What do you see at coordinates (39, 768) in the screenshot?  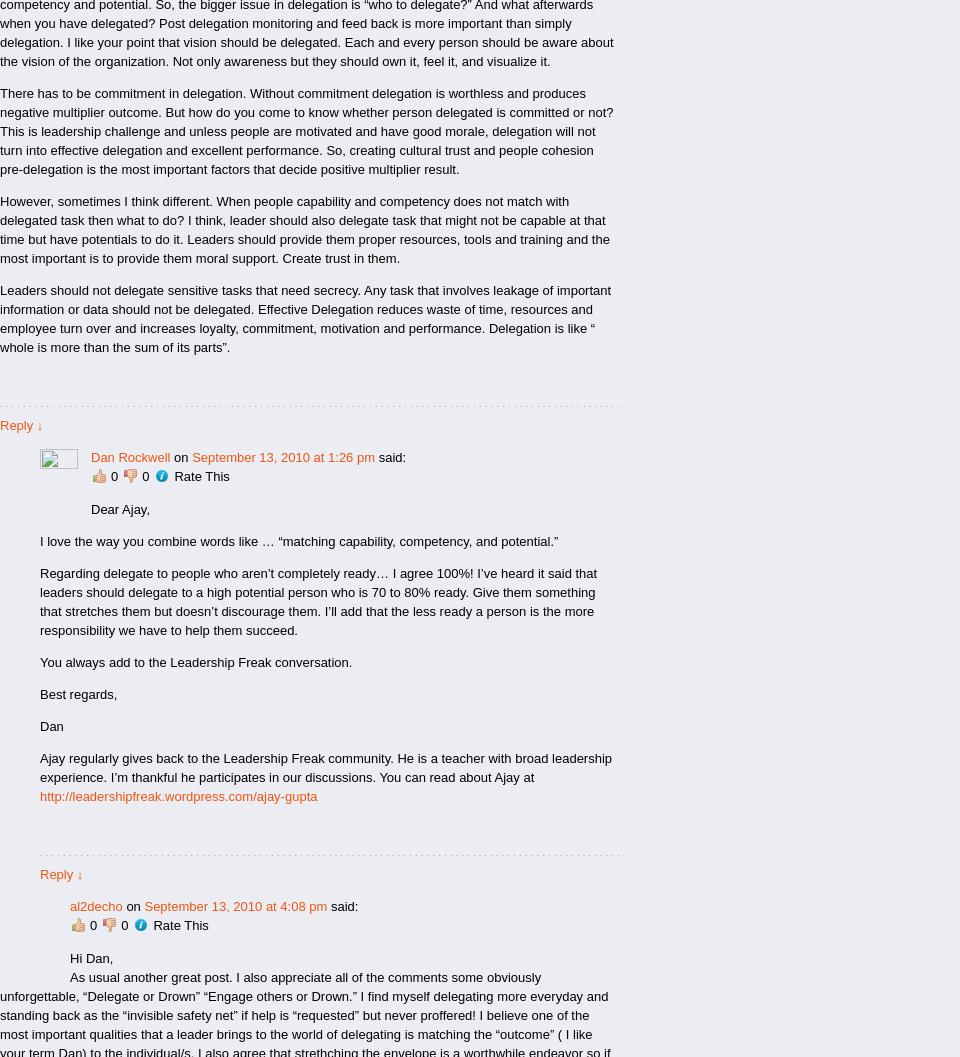 I see `'Ajay regularly gives back to the Leadership Freak community. He is a teacher with broad leadership experience. I’m thankful he participates in our discussions. You can read about Ajay at'` at bounding box center [39, 768].